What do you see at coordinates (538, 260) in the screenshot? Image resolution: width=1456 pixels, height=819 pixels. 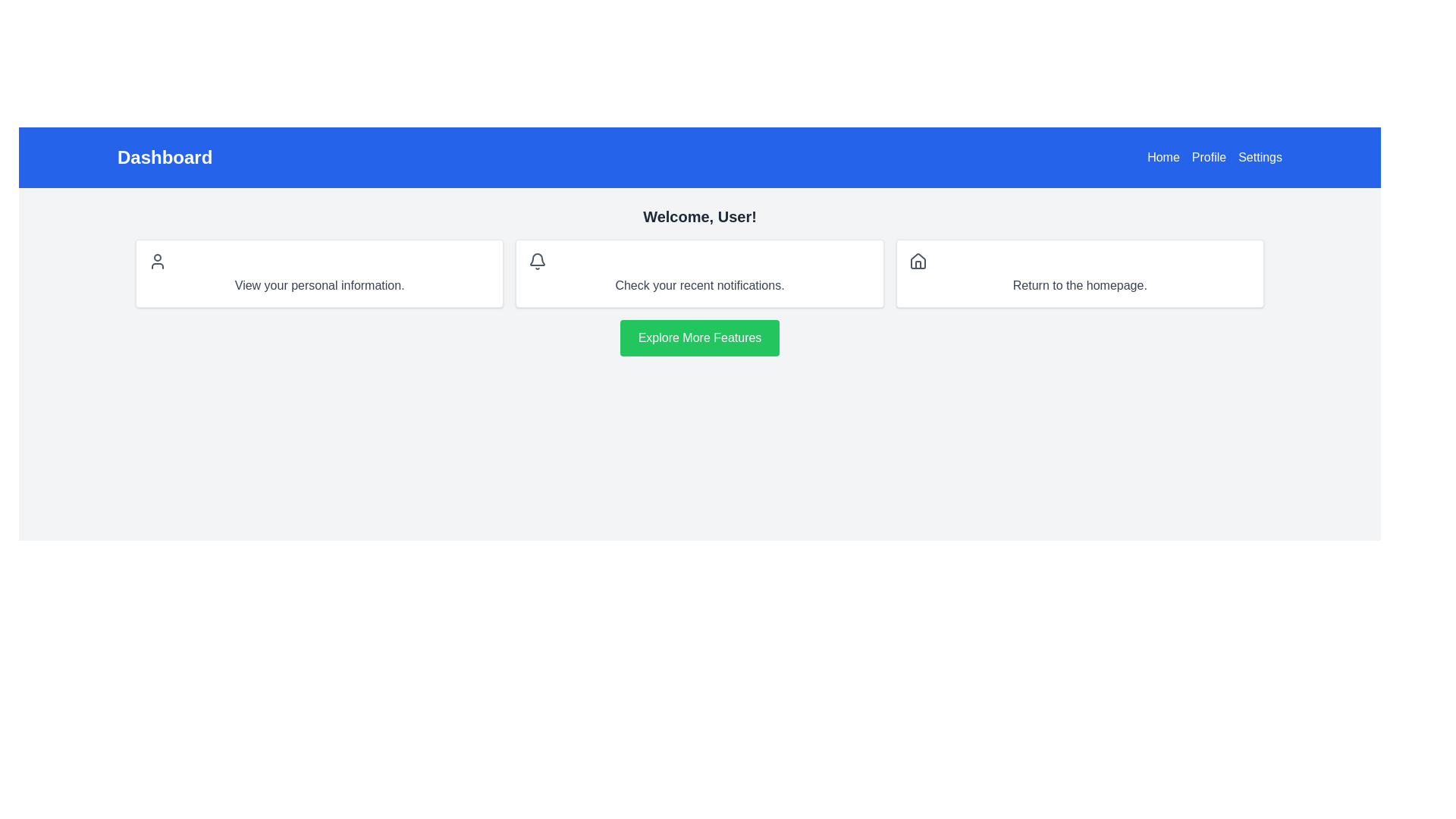 I see `the notifications icon located at the top of the card that says 'Check your recent notifications.'` at bounding box center [538, 260].